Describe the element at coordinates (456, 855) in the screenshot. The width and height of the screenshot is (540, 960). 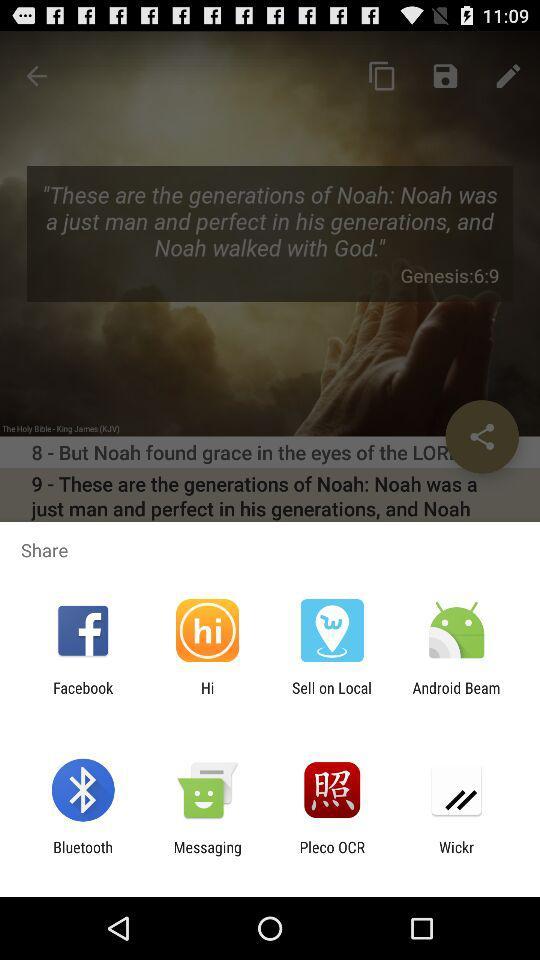
I see `the wickr icon` at that location.